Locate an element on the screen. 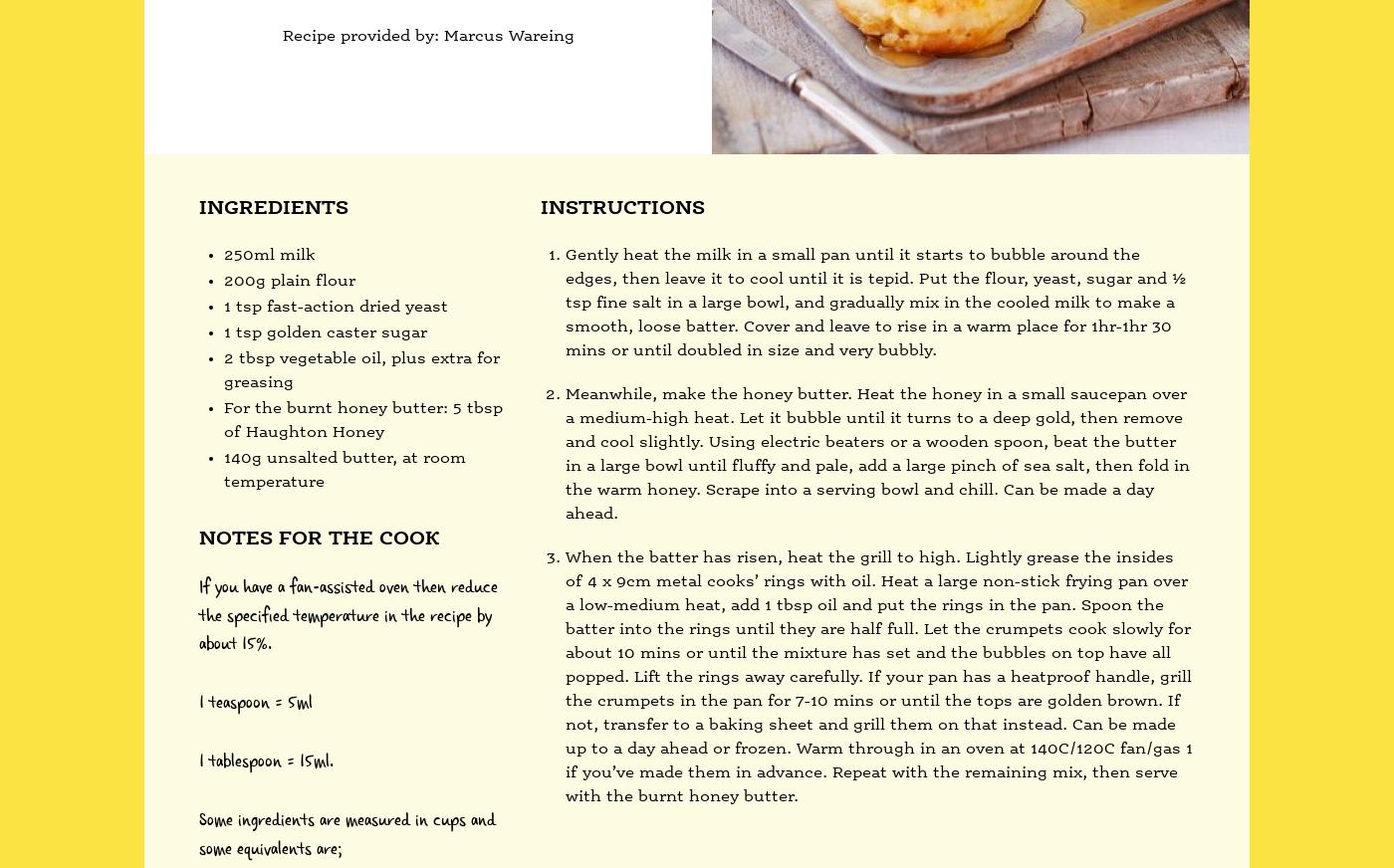  'Ingredients' is located at coordinates (273, 208).